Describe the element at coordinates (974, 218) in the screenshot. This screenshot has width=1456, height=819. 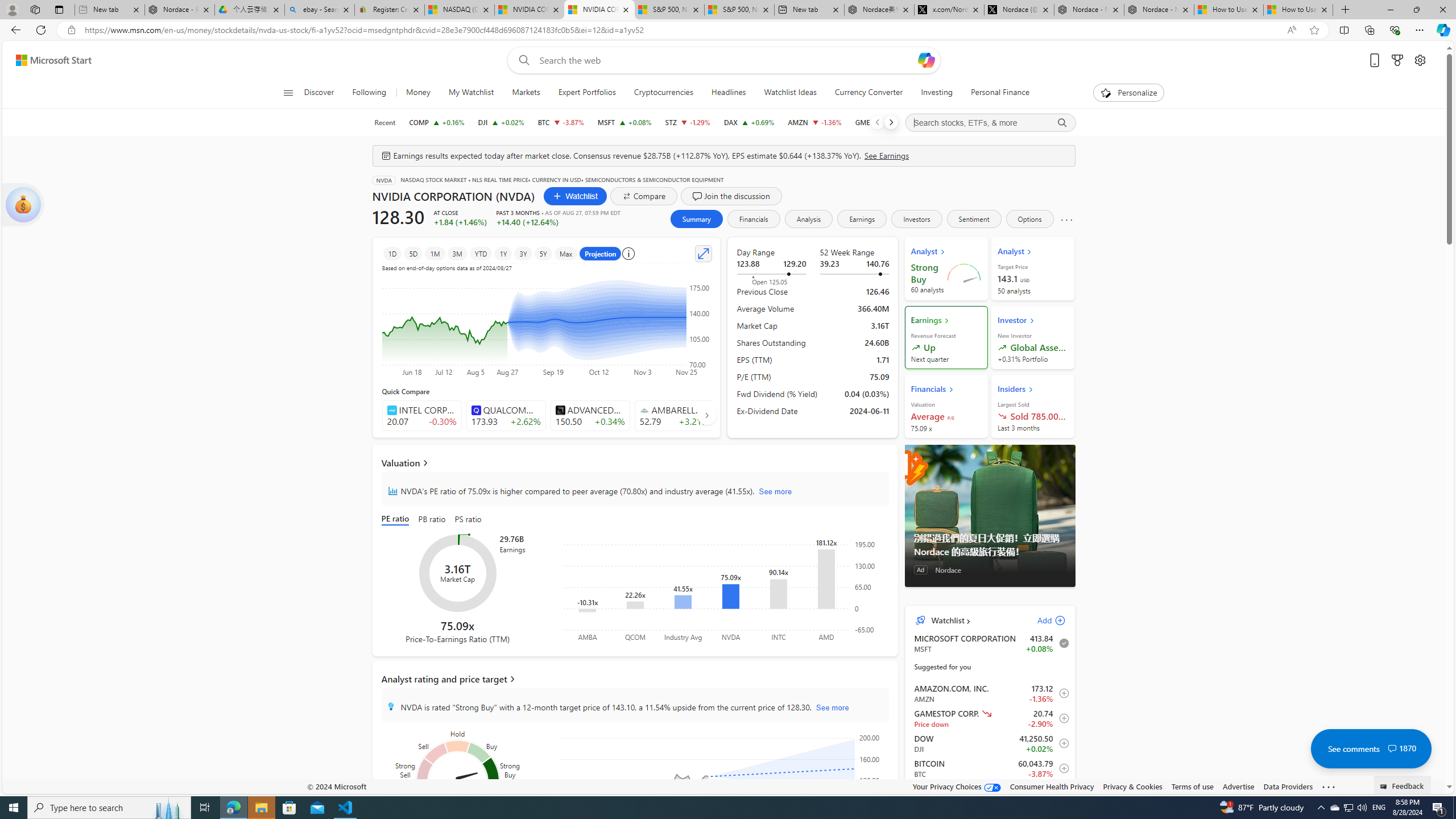
I see `'Sentiment'` at that location.